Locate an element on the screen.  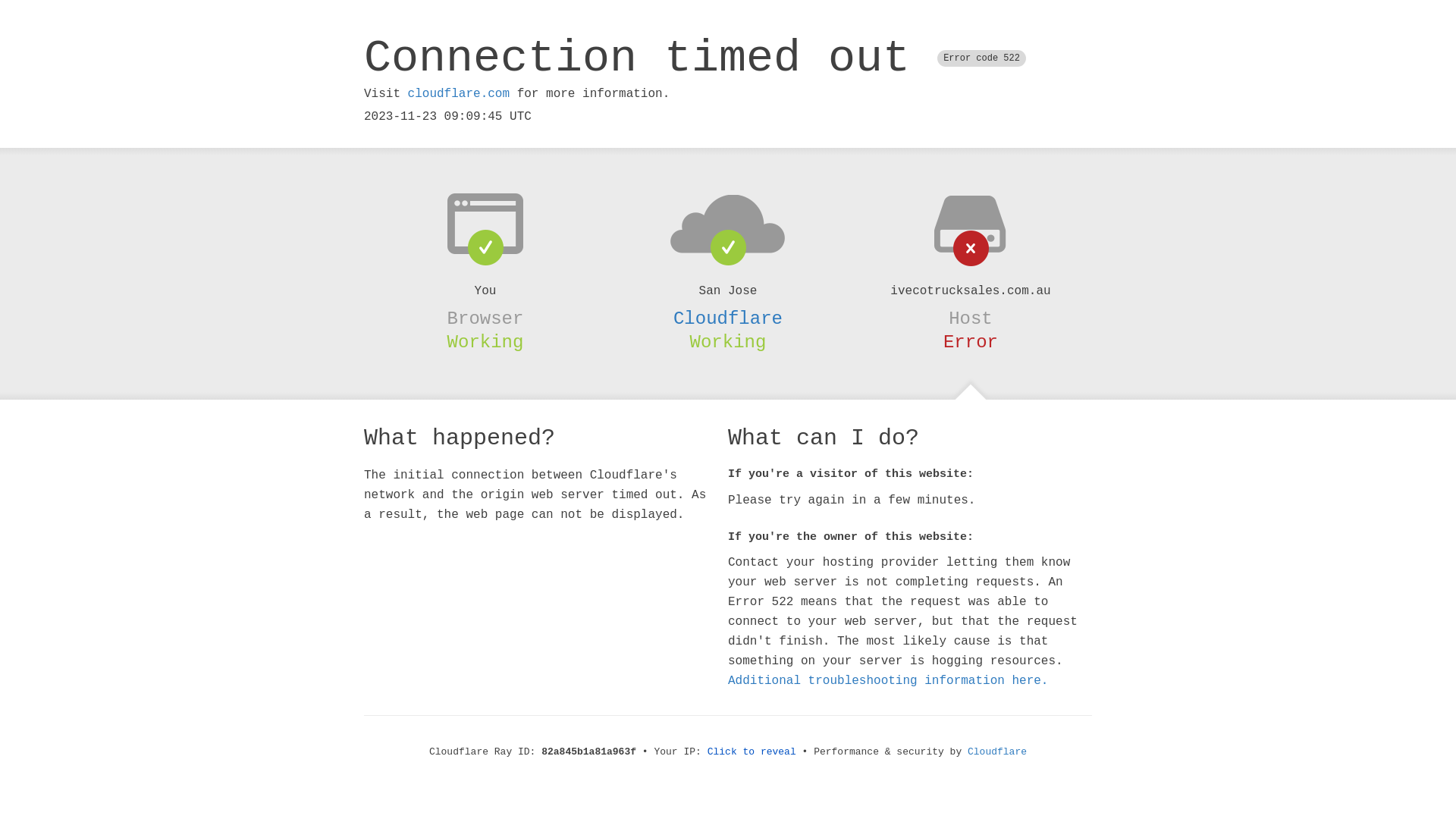
'Additional troubleshooting information here.' is located at coordinates (888, 680).